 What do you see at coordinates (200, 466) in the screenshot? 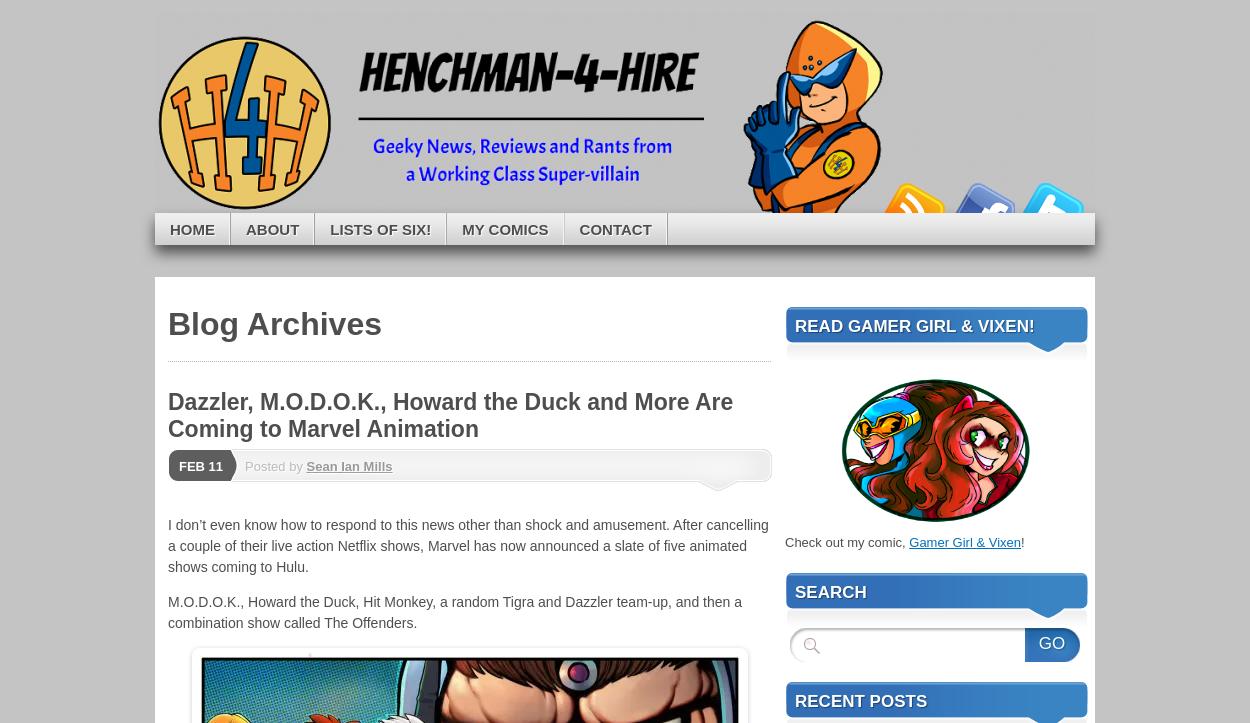
I see `'Feb 11'` at bounding box center [200, 466].